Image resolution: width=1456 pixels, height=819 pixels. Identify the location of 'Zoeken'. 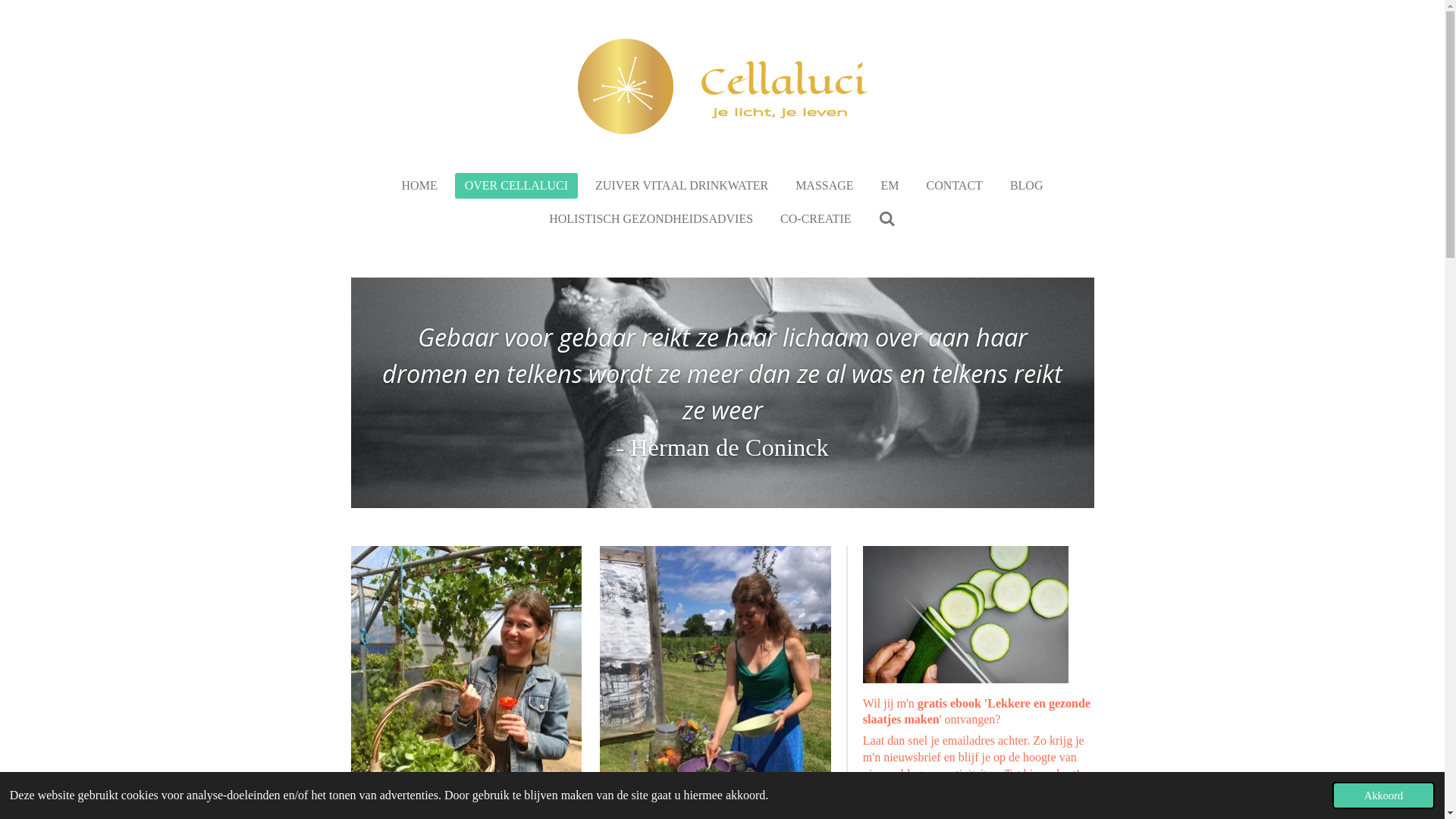
(886, 219).